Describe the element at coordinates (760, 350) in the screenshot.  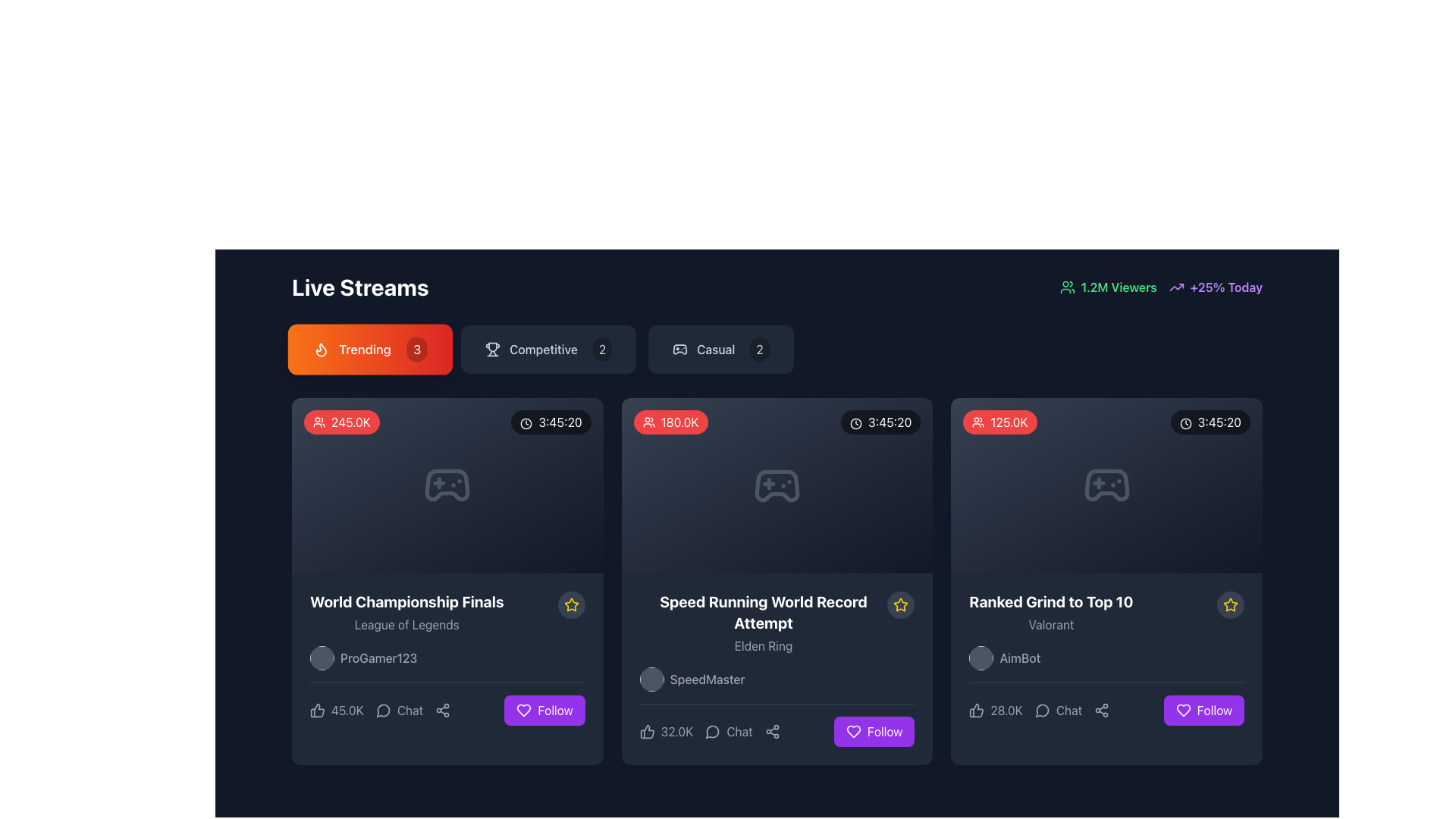
I see `the badge located at the top-right corner of the 'Casual' section` at that location.